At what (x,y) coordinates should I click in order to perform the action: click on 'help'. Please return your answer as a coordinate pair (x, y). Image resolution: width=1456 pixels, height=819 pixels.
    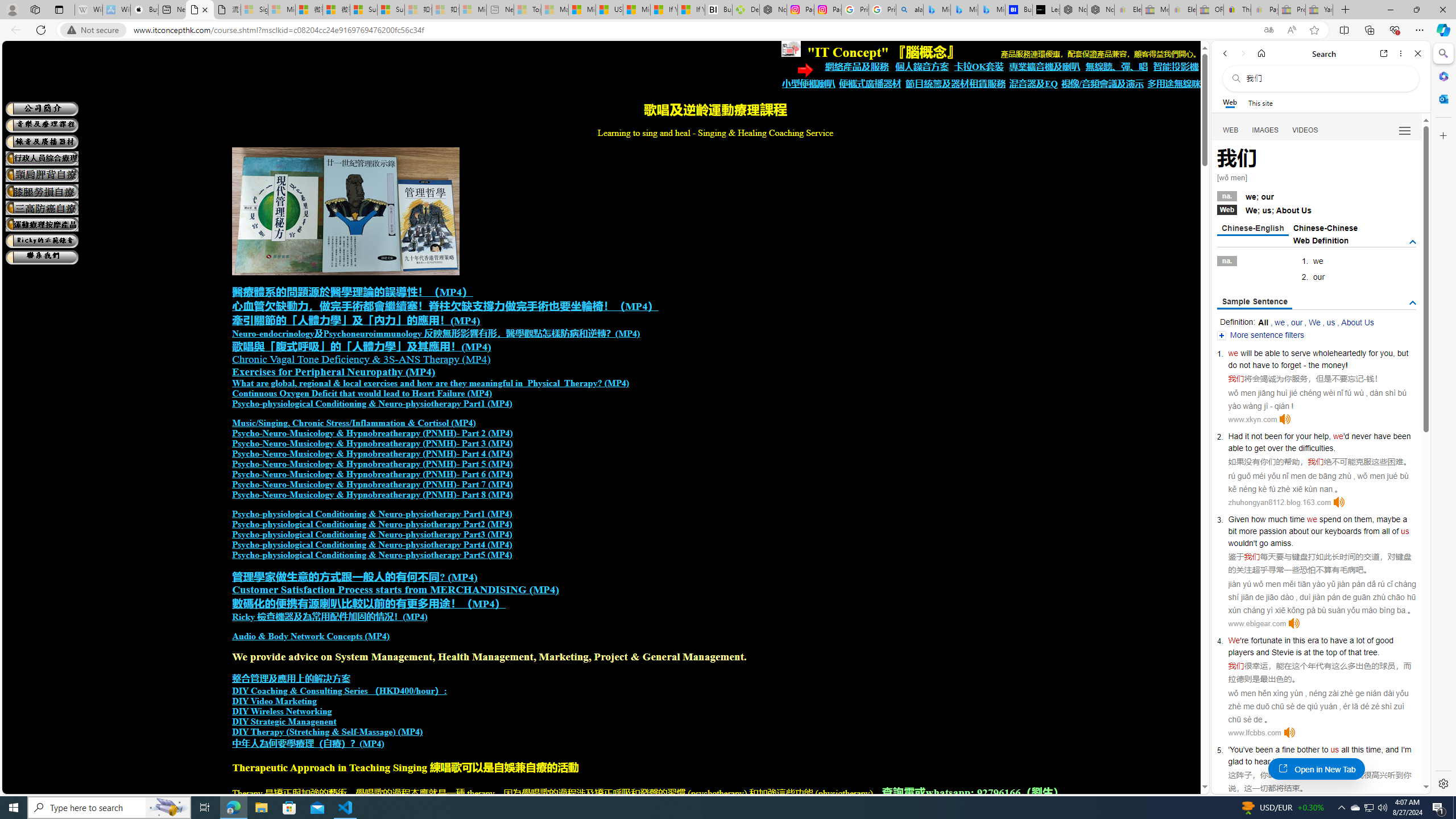
    Looking at the image, I should click on (1321, 435).